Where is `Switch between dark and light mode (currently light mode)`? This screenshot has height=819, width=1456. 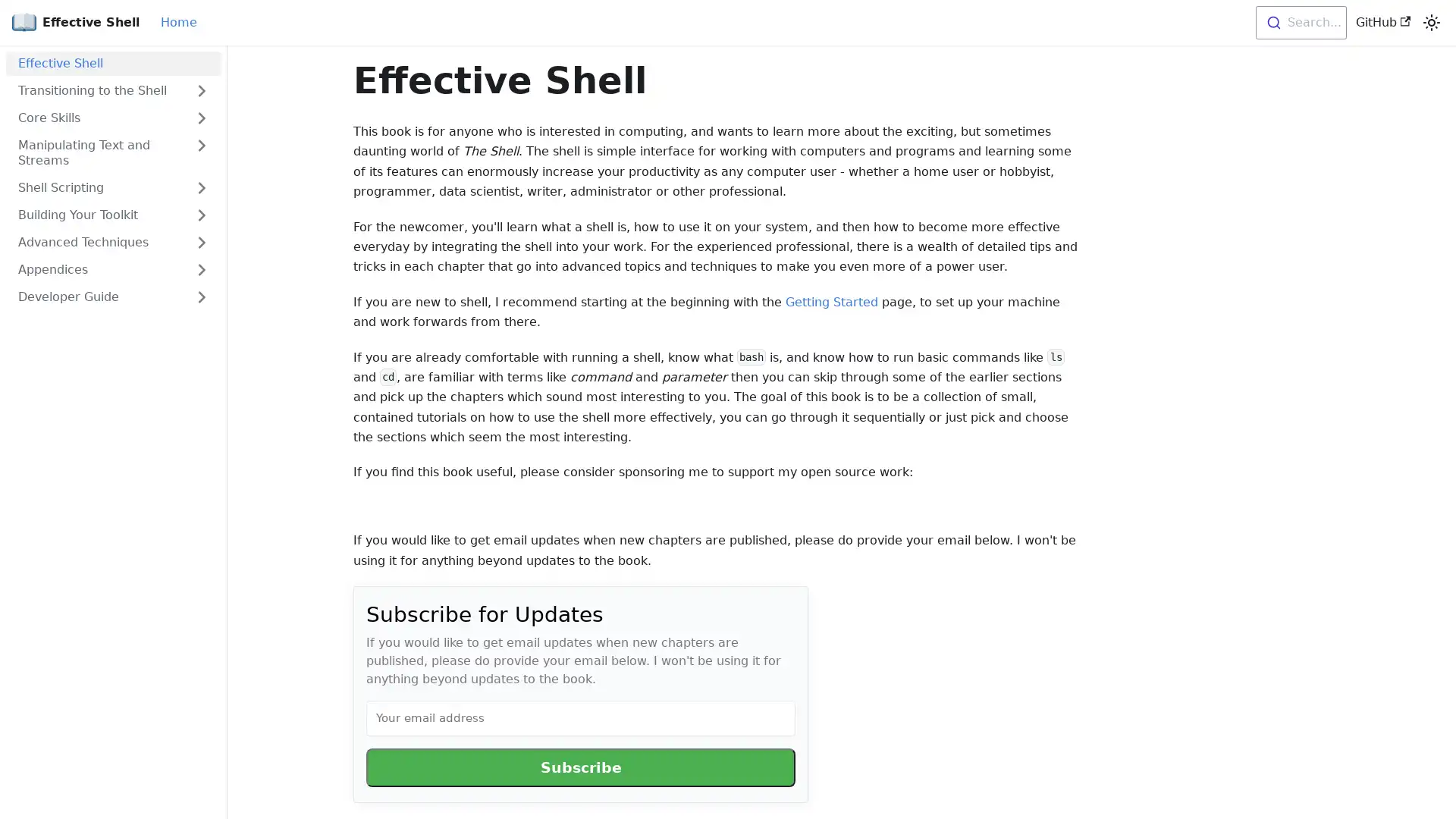 Switch between dark and light mode (currently light mode) is located at coordinates (1430, 23).